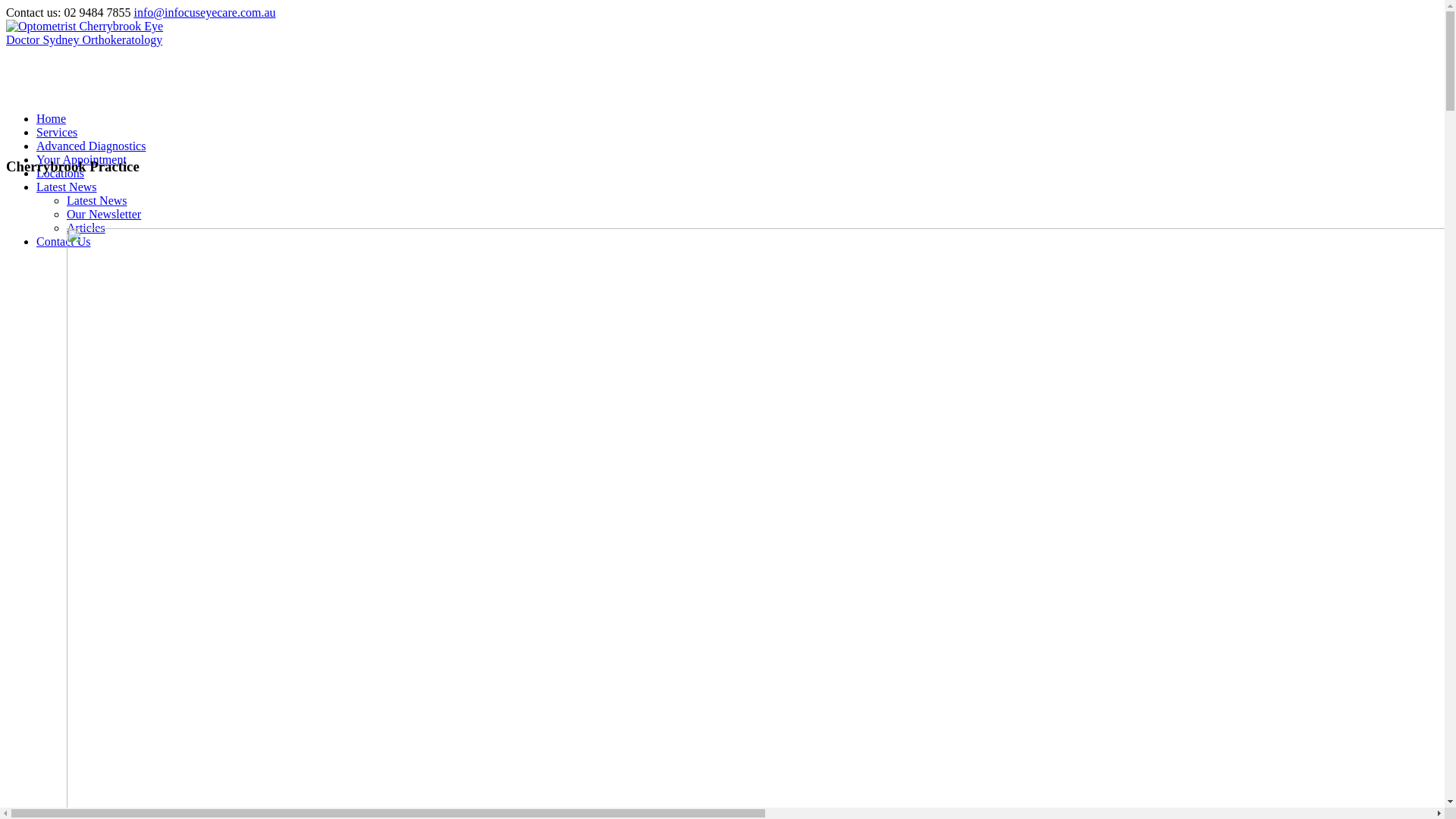  Describe the element at coordinates (85, 227) in the screenshot. I see `'Articles'` at that location.